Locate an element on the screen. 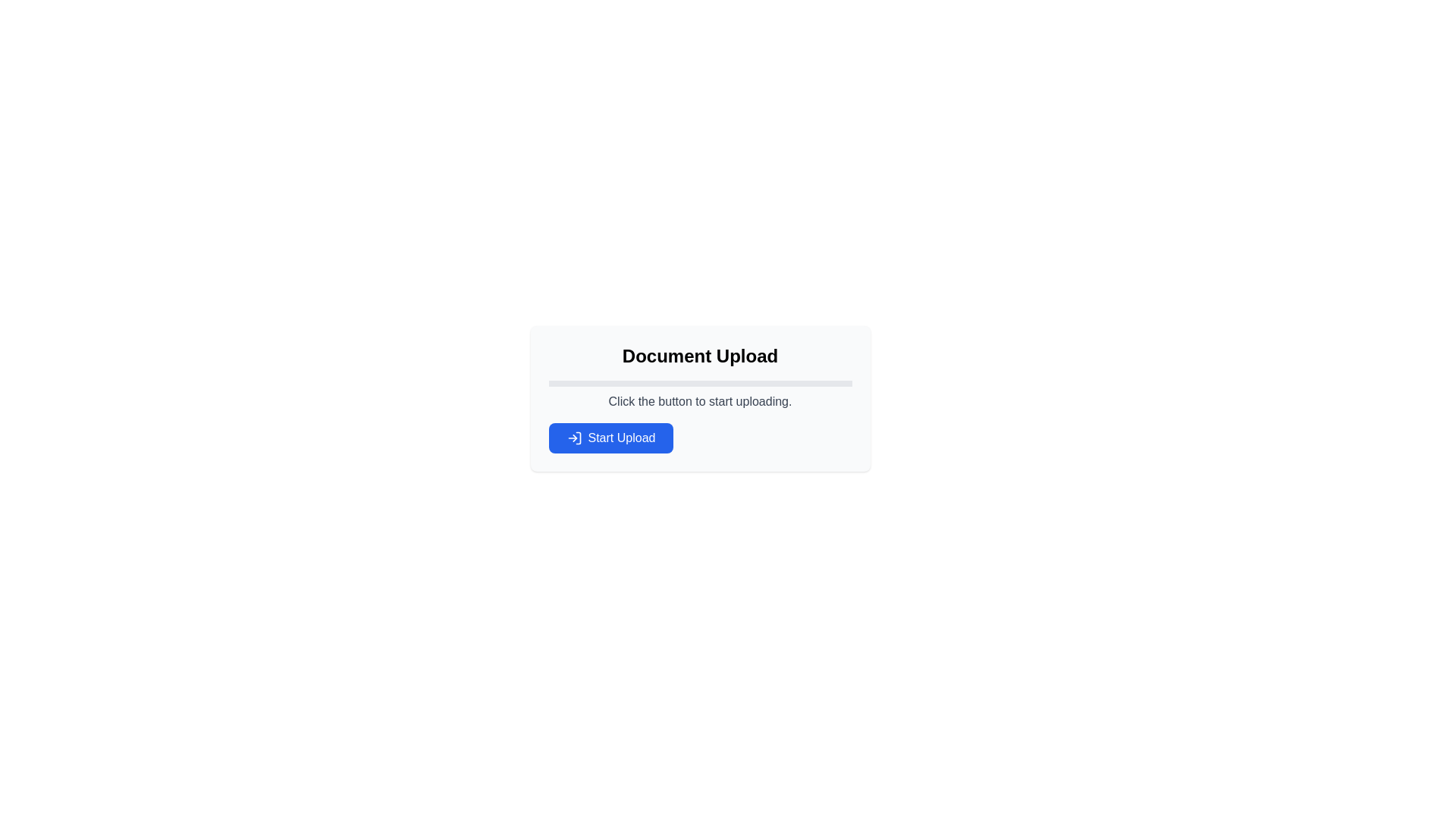 The image size is (1456, 819). the login/arrow icon on the left side of the 'Start Upload' blue button, which is centrally located within the upload form is located at coordinates (573, 438).